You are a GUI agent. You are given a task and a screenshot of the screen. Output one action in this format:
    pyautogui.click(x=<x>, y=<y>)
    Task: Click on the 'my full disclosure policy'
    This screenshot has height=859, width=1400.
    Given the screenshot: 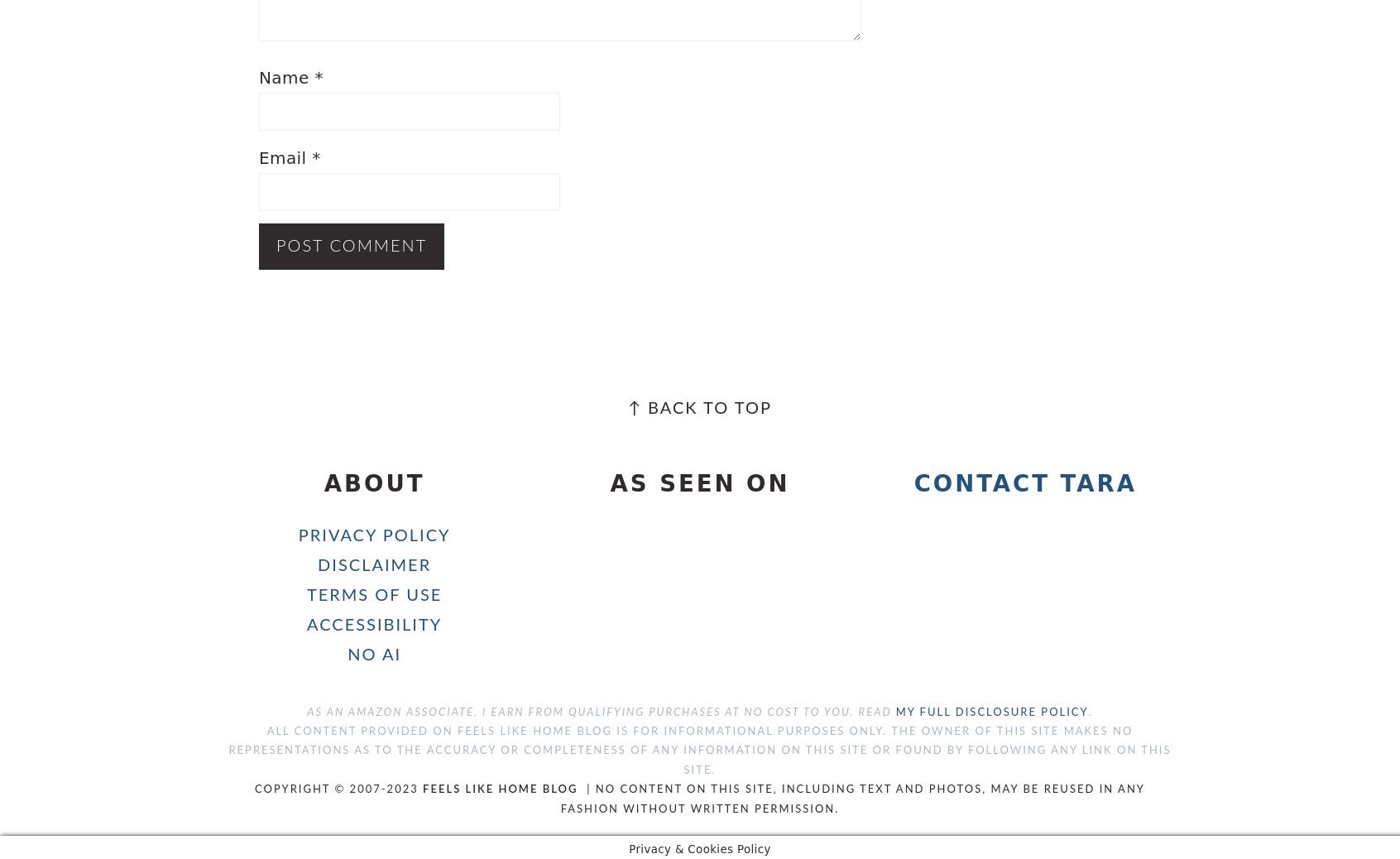 What is the action you would take?
    pyautogui.click(x=990, y=712)
    